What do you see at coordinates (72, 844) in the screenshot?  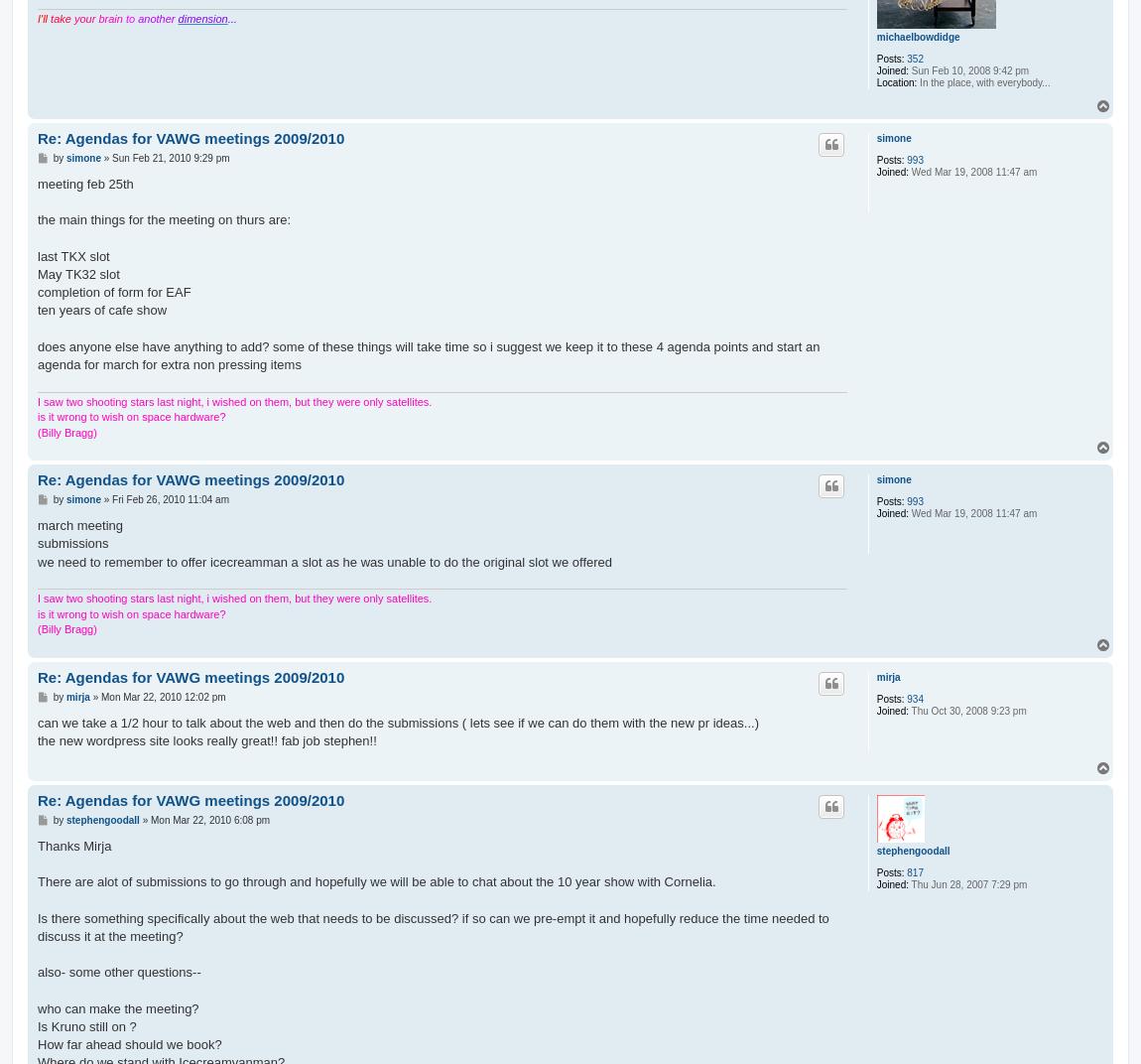 I see `'Thanks Mirja'` at bounding box center [72, 844].